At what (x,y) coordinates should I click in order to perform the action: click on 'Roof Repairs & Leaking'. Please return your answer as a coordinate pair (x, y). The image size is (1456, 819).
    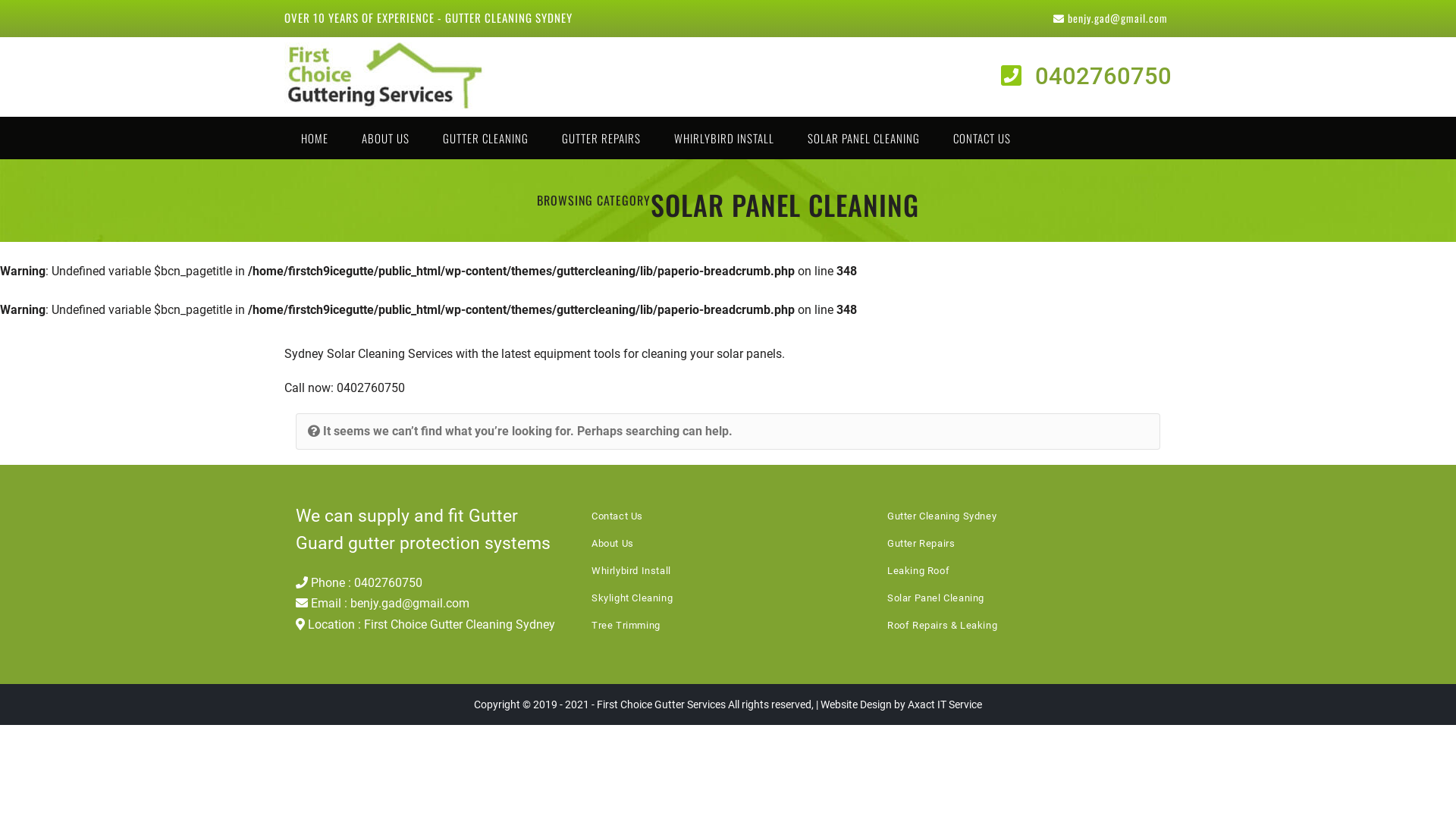
    Looking at the image, I should click on (941, 625).